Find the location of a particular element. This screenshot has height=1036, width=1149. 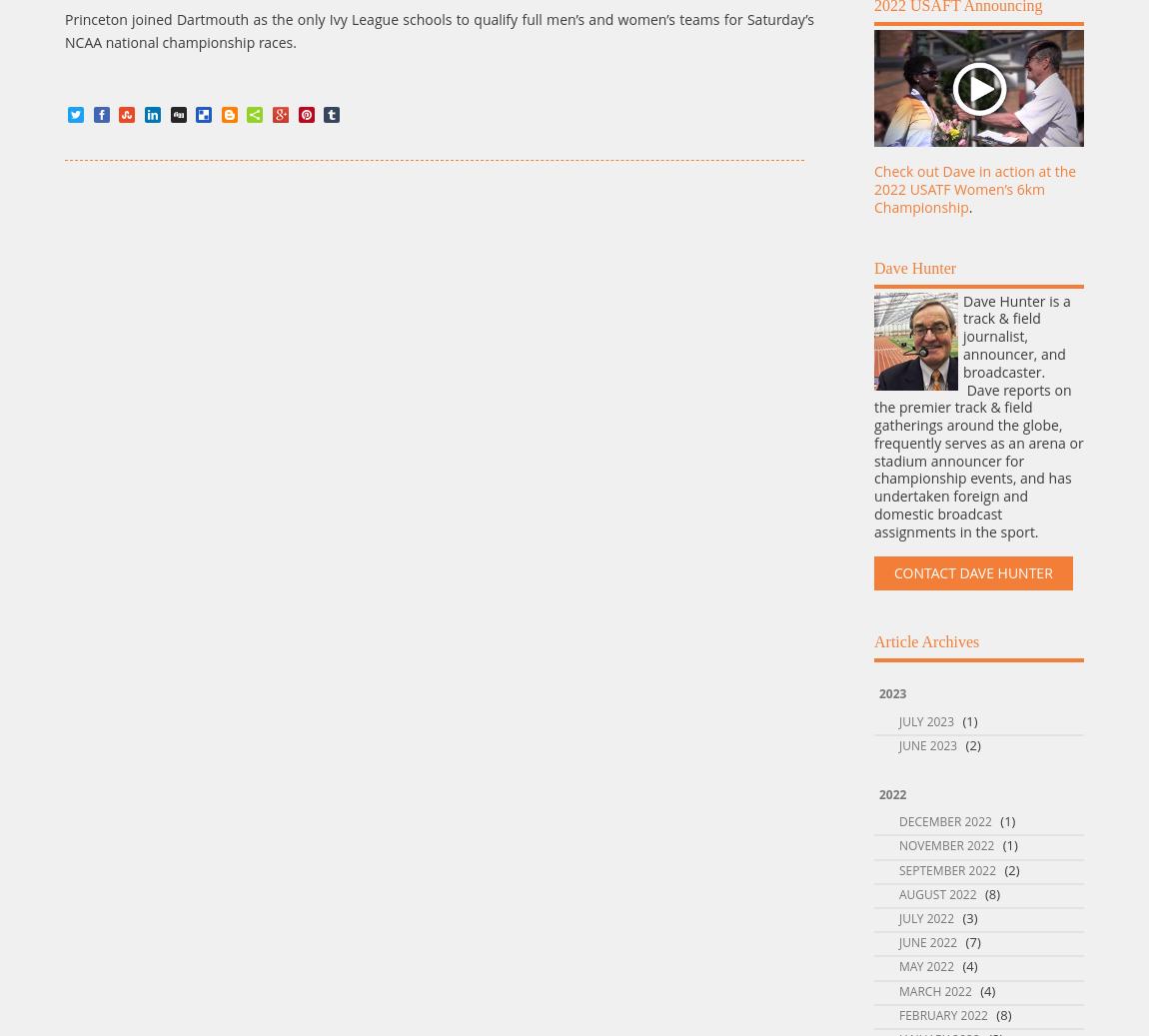

'CONTACT DAVE HUNTER' is located at coordinates (973, 572).